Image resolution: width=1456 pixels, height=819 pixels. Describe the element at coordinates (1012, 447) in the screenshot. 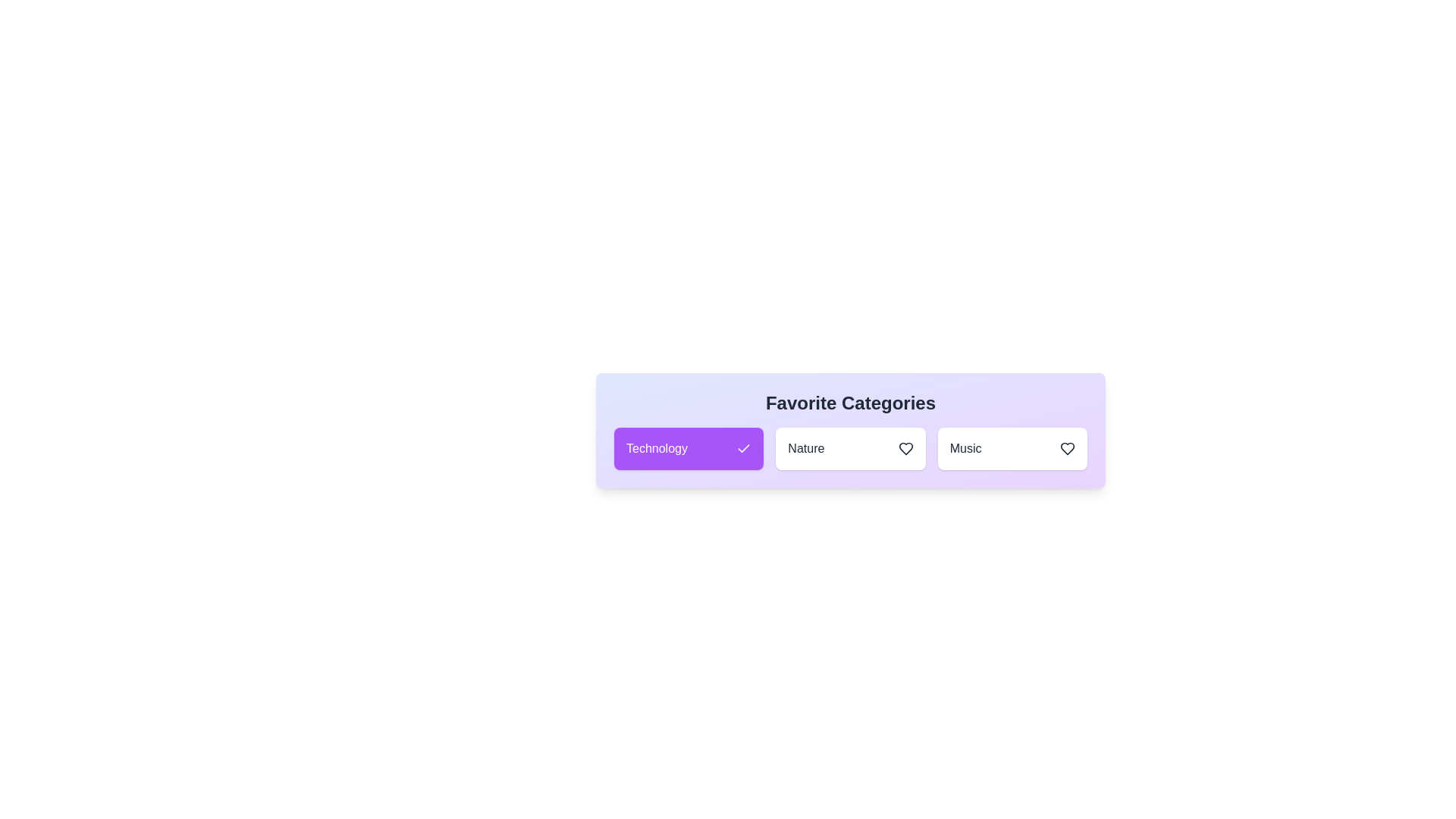

I see `the category Music to observe its hover effect` at that location.